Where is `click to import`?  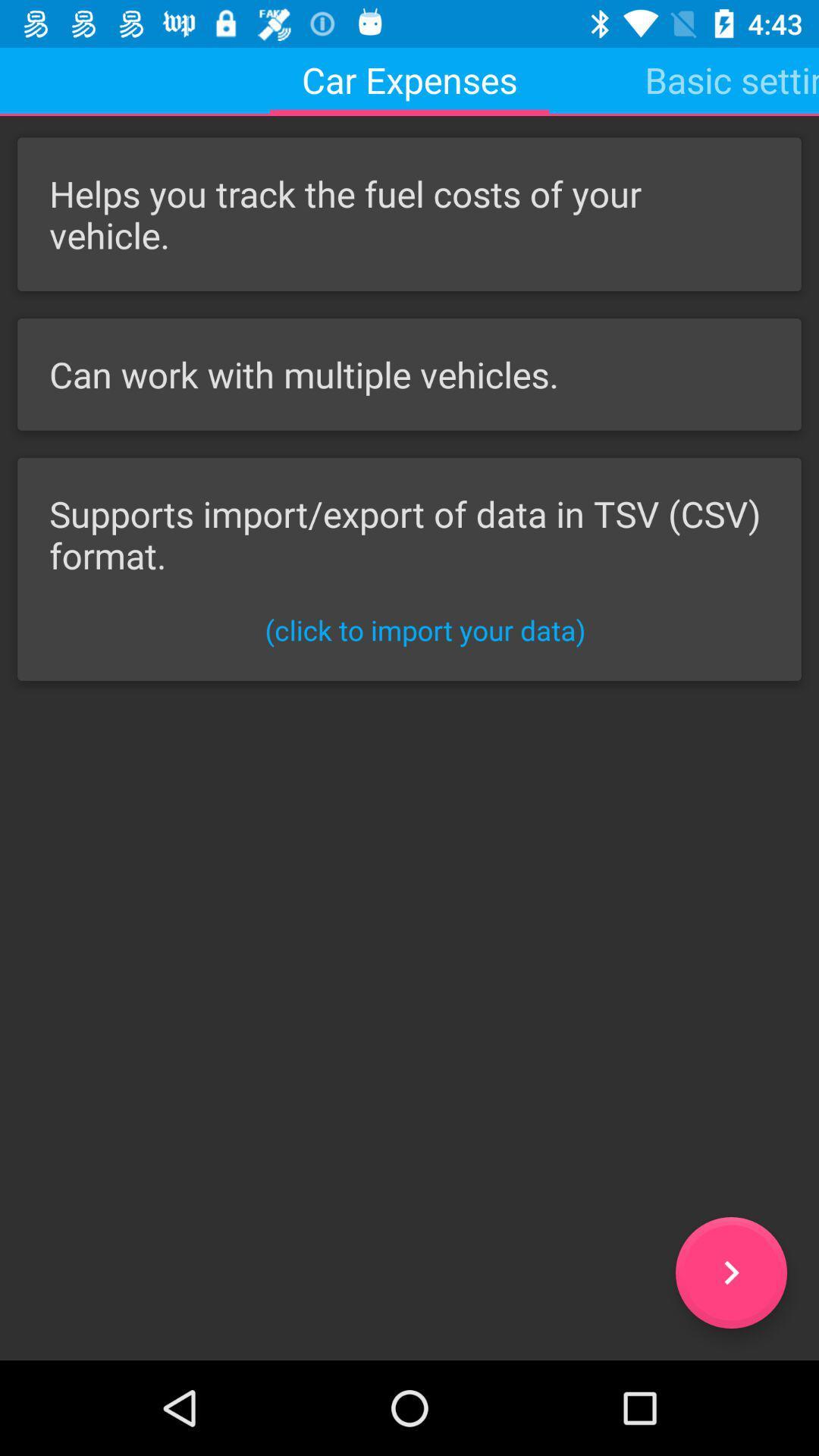
click to import is located at coordinates (425, 629).